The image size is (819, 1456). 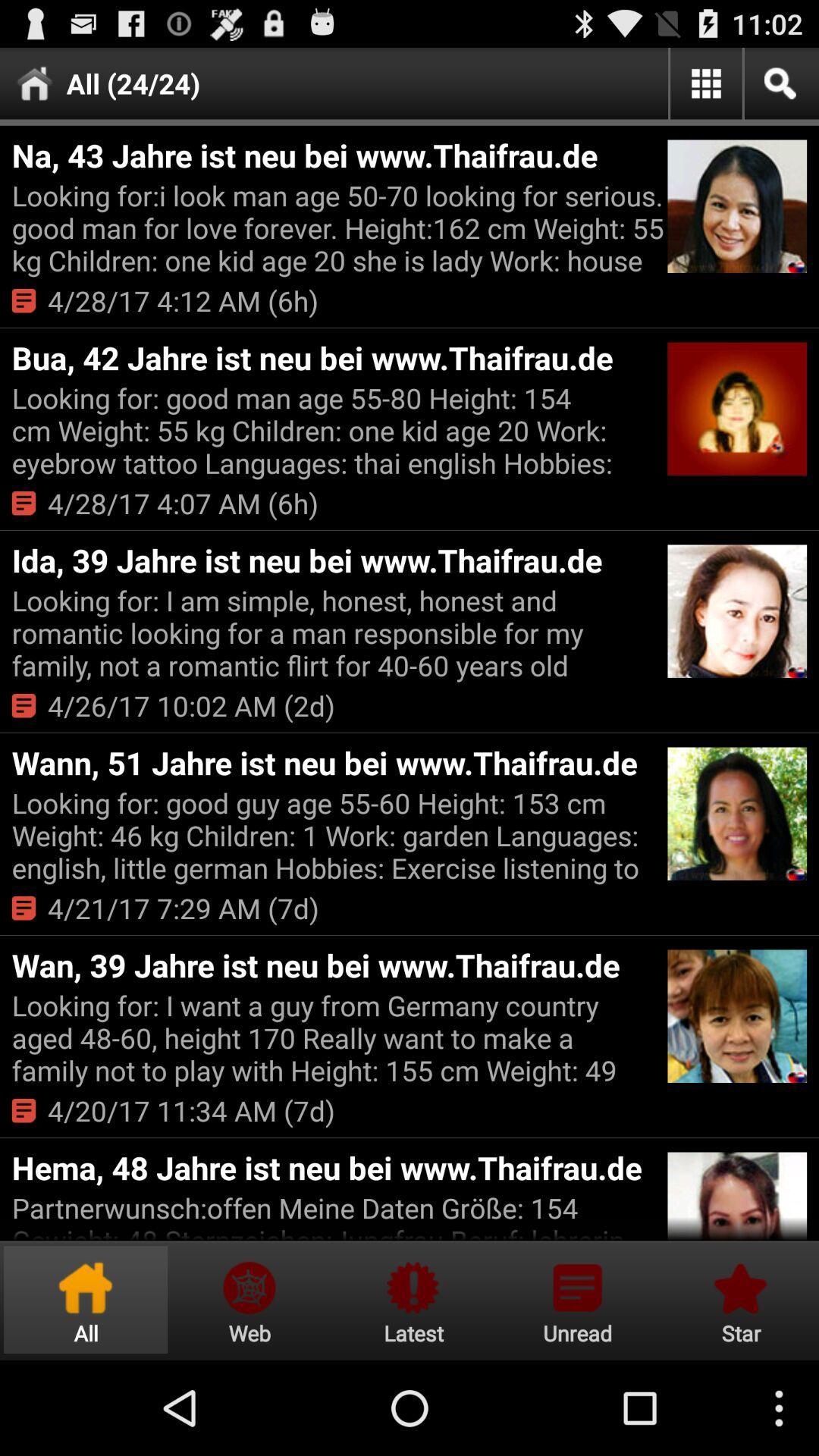 I want to click on the app above the looking for good, so click(x=337, y=762).